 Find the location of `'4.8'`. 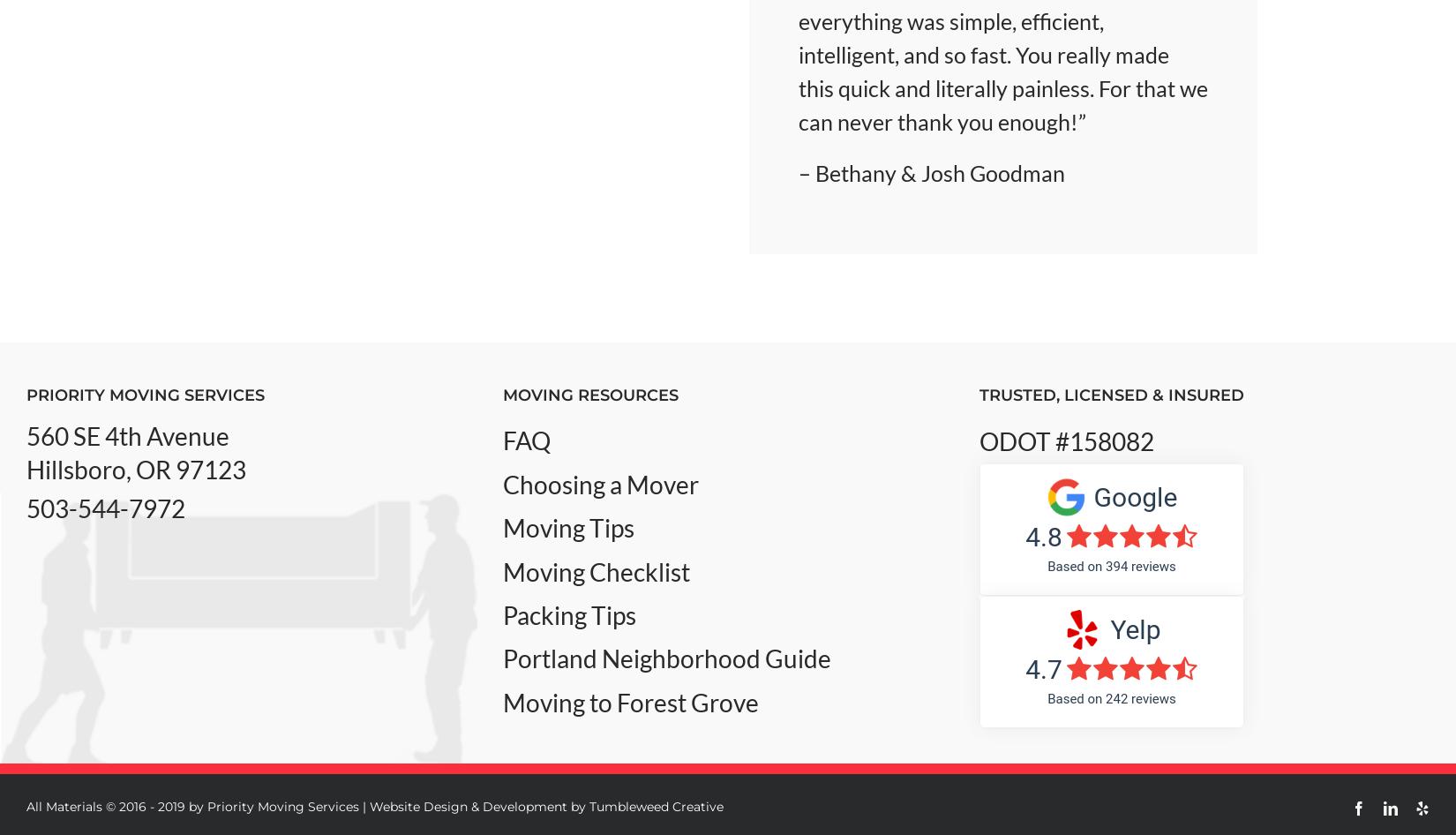

'4.8' is located at coordinates (1043, 536).